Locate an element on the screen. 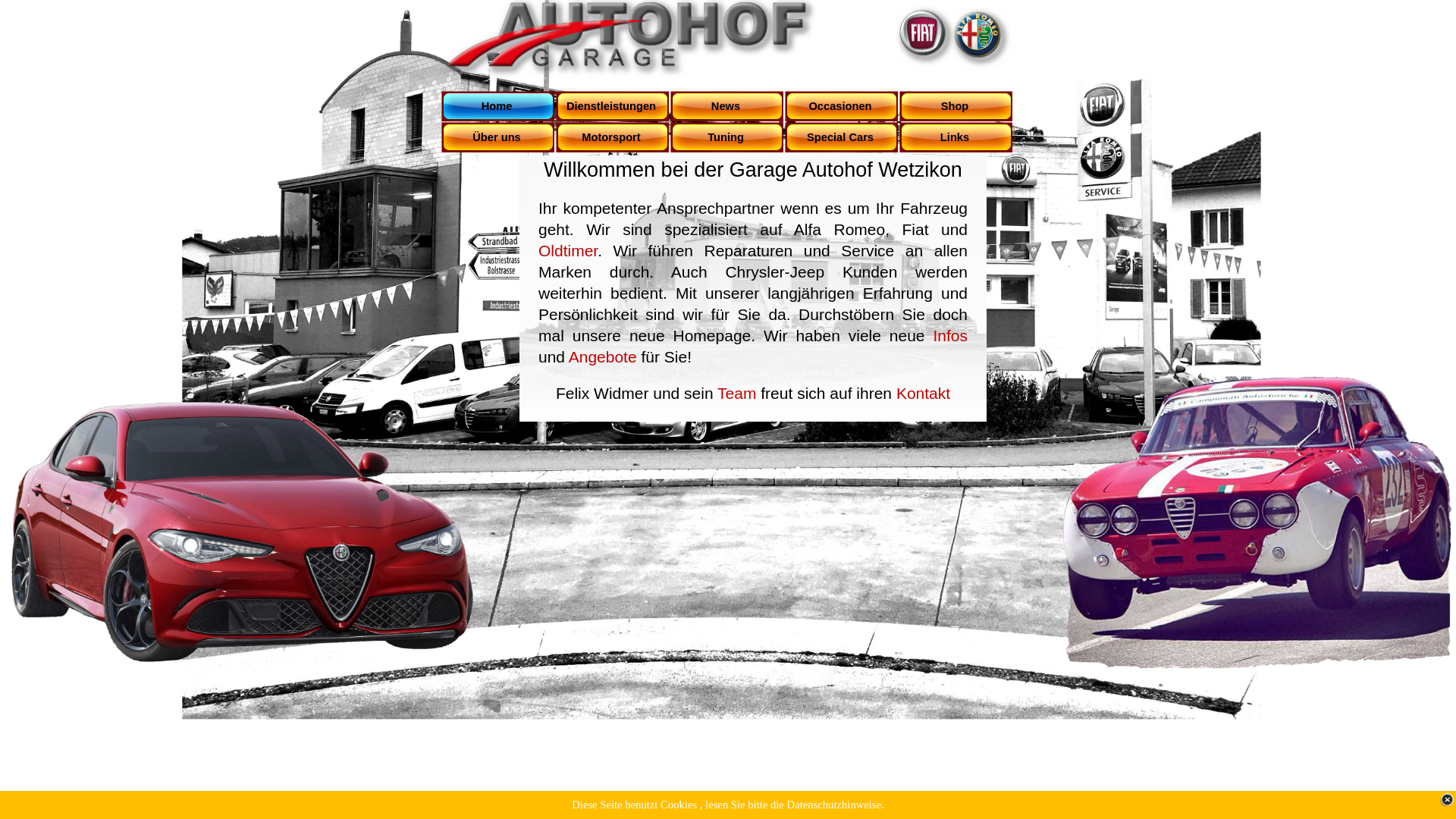  'Motorsport' is located at coordinates (613, 137).